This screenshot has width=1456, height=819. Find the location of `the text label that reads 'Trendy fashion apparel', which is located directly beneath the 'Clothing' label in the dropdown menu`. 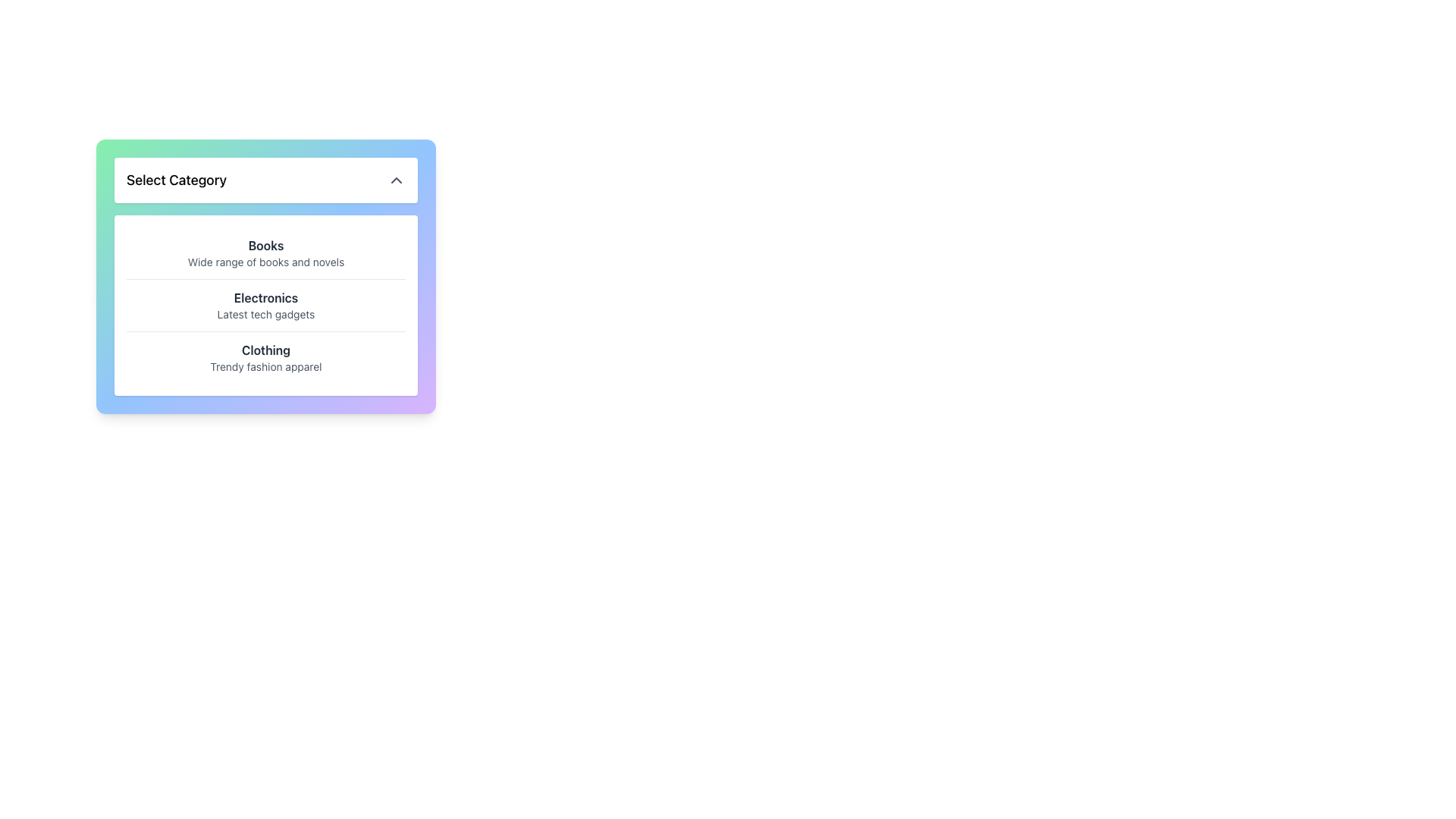

the text label that reads 'Trendy fashion apparel', which is located directly beneath the 'Clothing' label in the dropdown menu is located at coordinates (265, 366).